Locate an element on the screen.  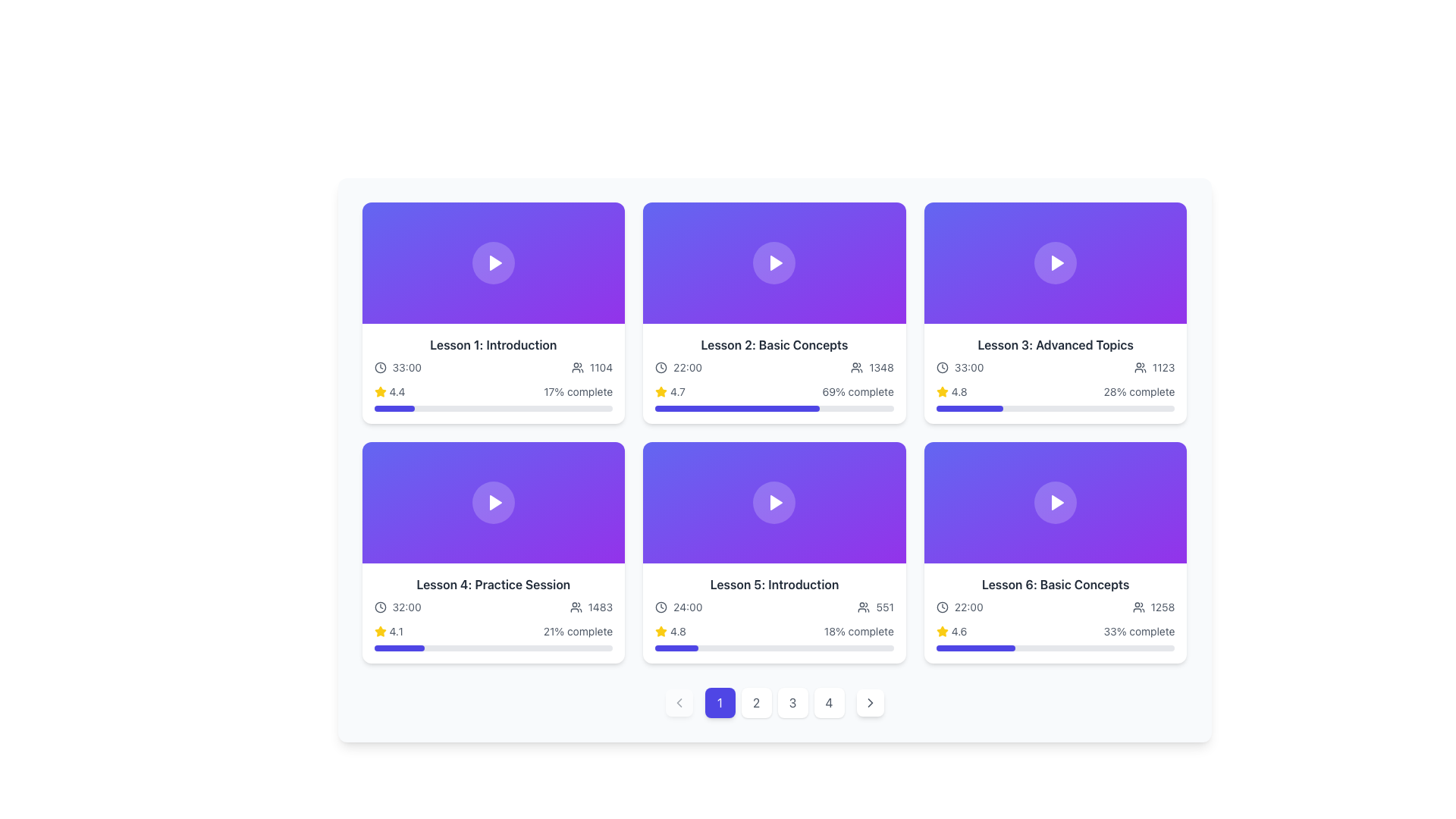
the text label indicating the completion percentage of the task within the sixth item of the grid layout is located at coordinates (1139, 632).